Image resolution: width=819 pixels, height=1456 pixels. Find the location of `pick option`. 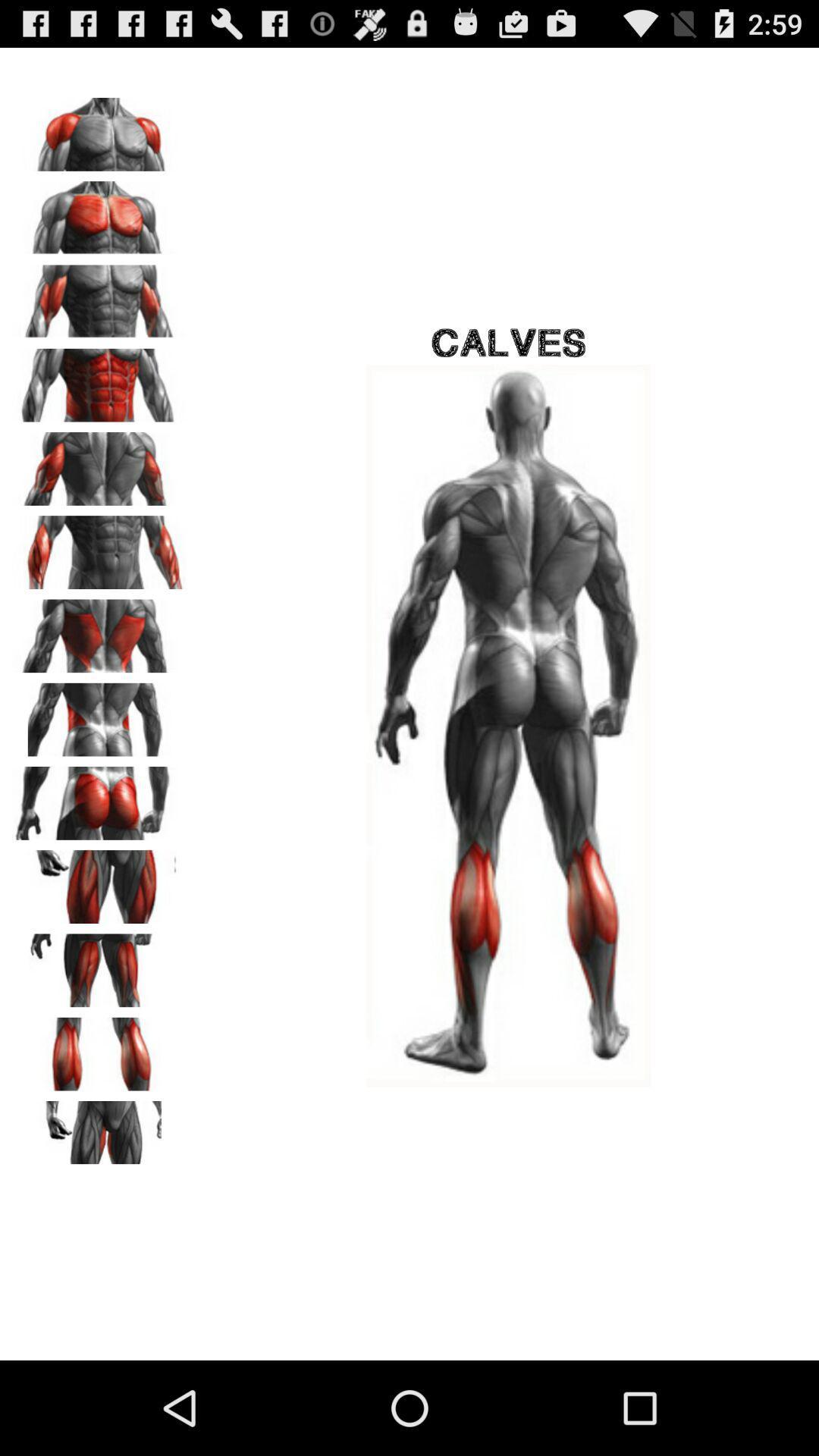

pick option is located at coordinates (99, 965).